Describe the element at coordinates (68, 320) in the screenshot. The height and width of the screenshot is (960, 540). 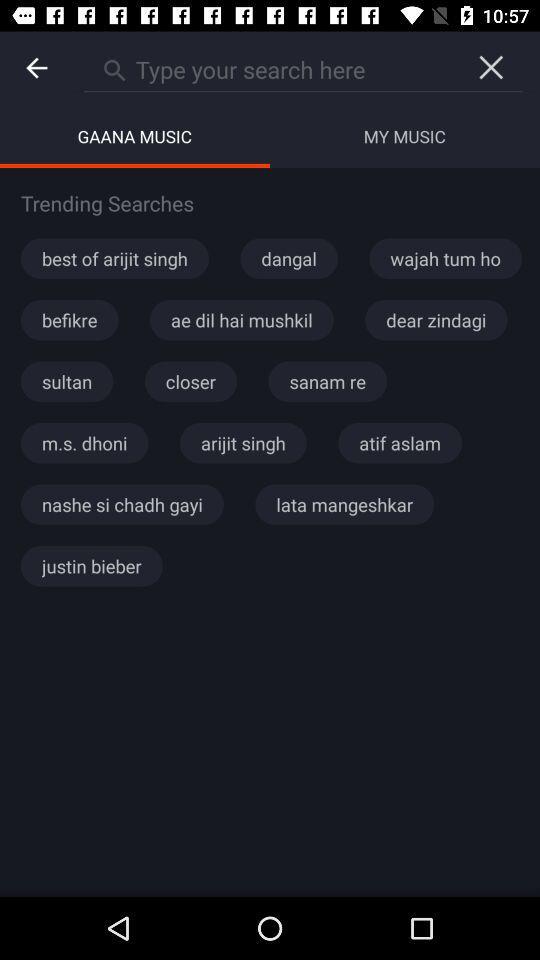
I see `befikre app` at that location.